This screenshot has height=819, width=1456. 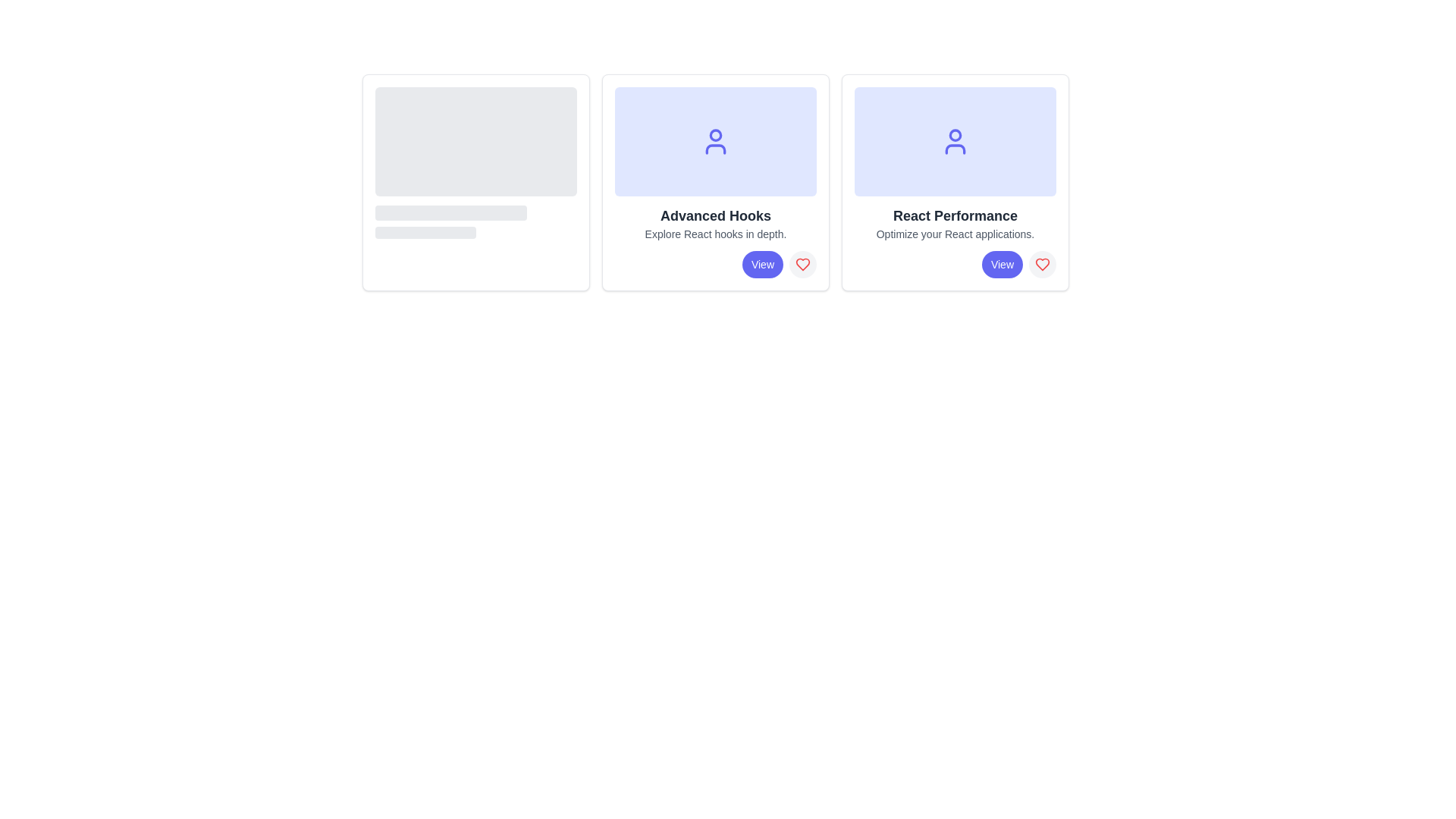 What do you see at coordinates (954, 234) in the screenshot?
I see `the text block displaying 'Optimize your React applications.' which is located beneath the title 'React Performance' in the third card of a card layout` at bounding box center [954, 234].